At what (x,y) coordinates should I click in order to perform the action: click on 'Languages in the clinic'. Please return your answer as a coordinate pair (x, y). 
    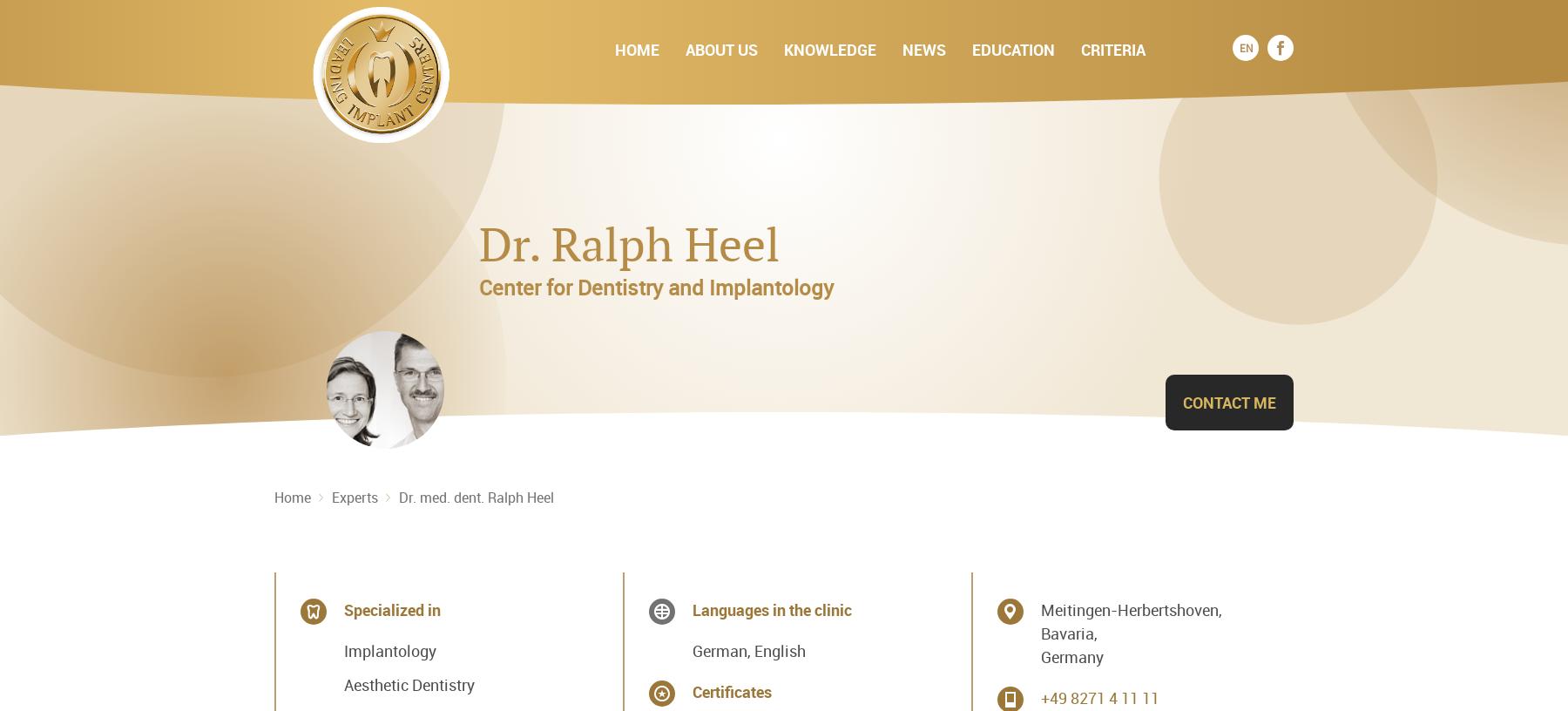
    Looking at the image, I should click on (771, 608).